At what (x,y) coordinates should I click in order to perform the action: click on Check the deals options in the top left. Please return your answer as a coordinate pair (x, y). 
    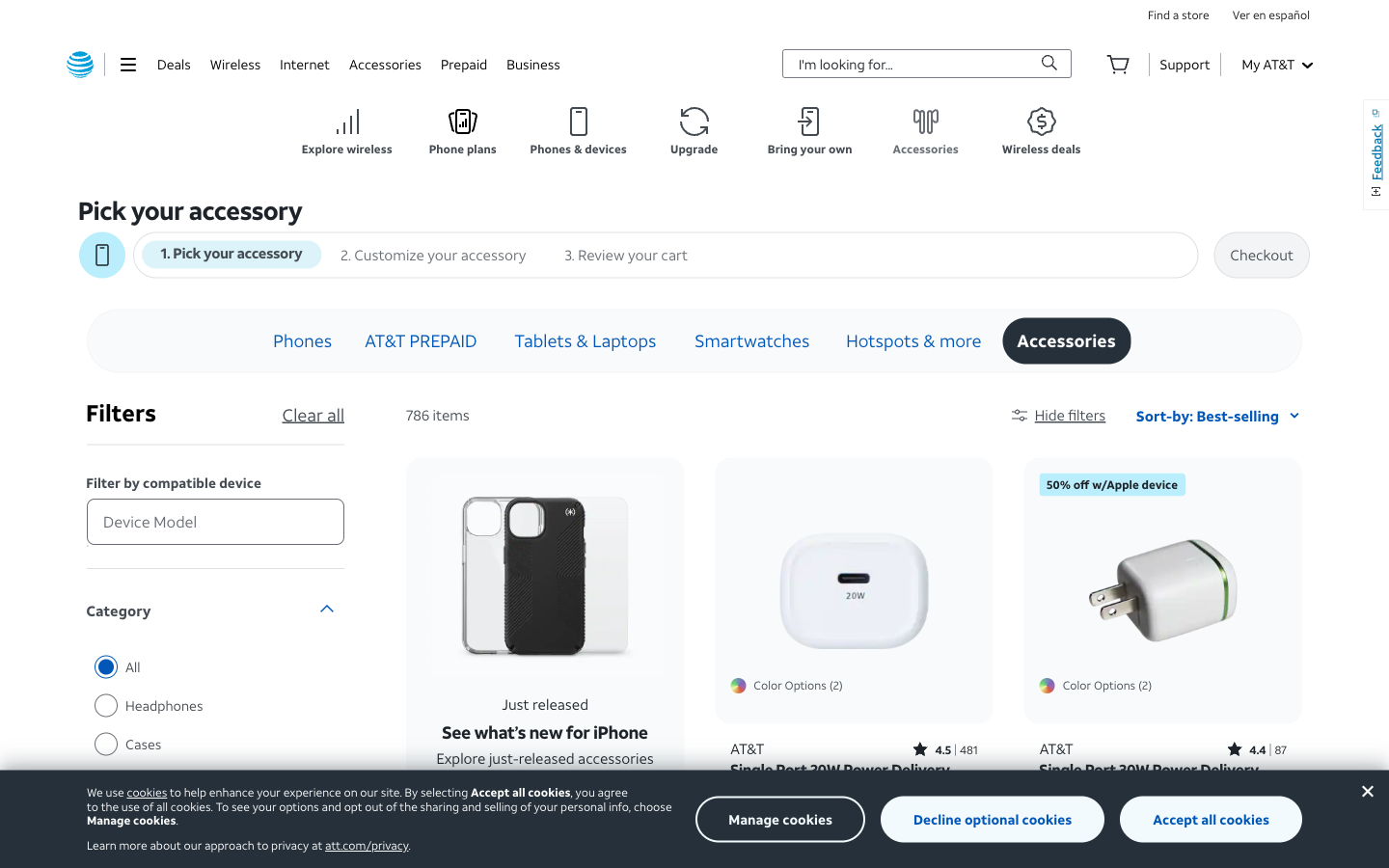
    Looking at the image, I should click on (173, 63).